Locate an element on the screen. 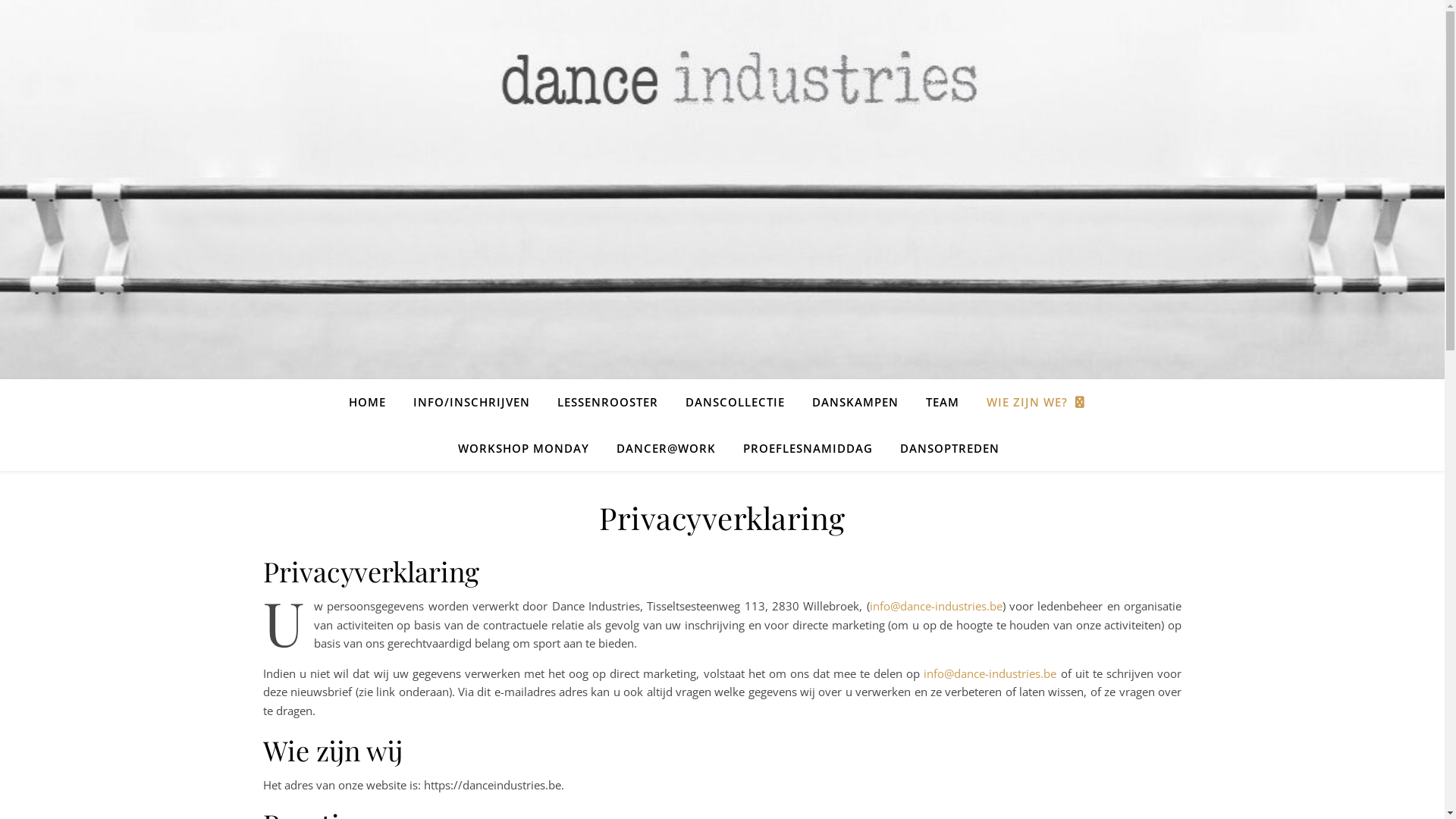 This screenshot has height=819, width=1456. 'HOME' is located at coordinates (373, 400).